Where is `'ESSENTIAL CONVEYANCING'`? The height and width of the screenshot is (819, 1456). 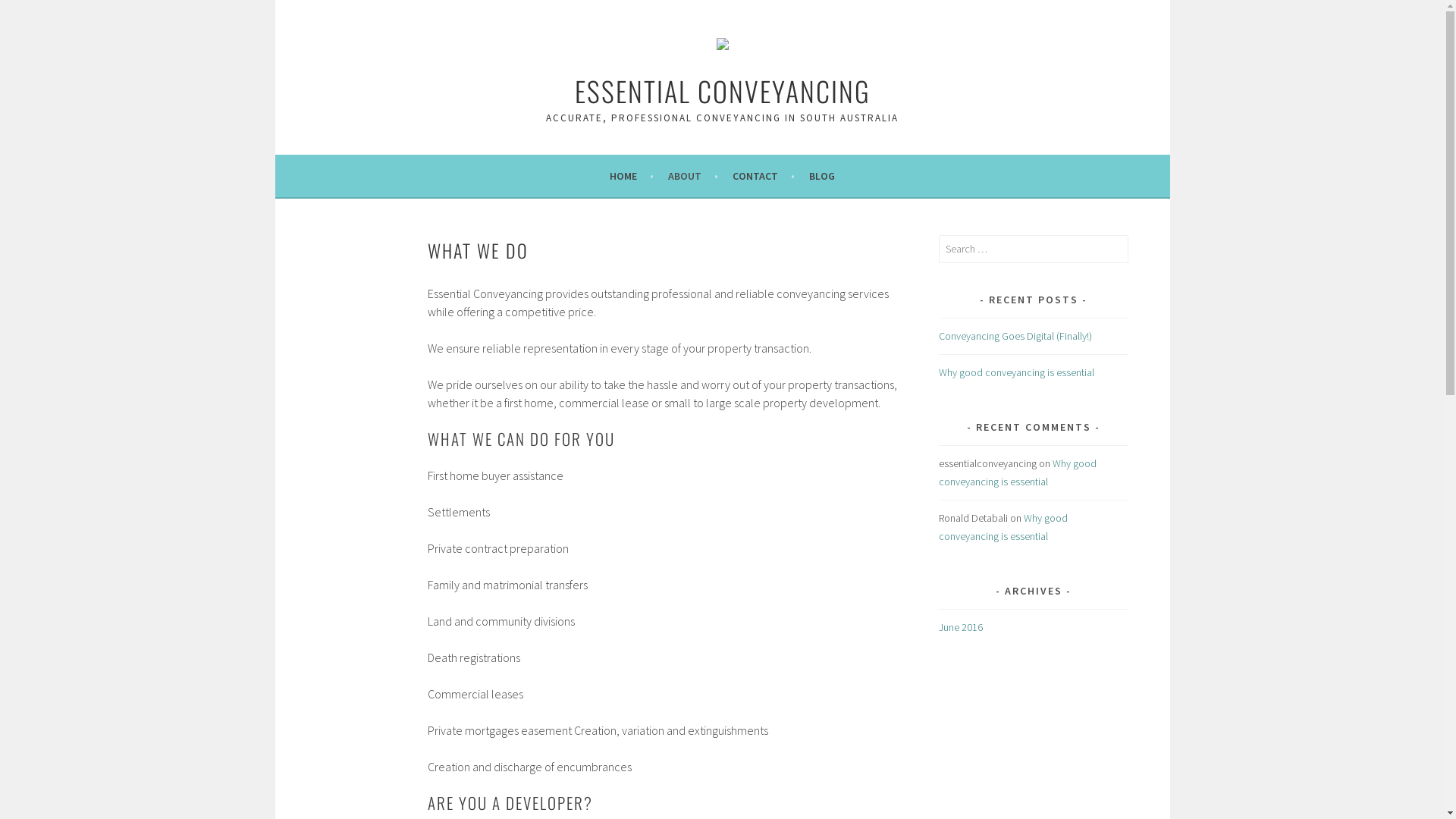 'ESSENTIAL CONVEYANCING' is located at coordinates (574, 90).